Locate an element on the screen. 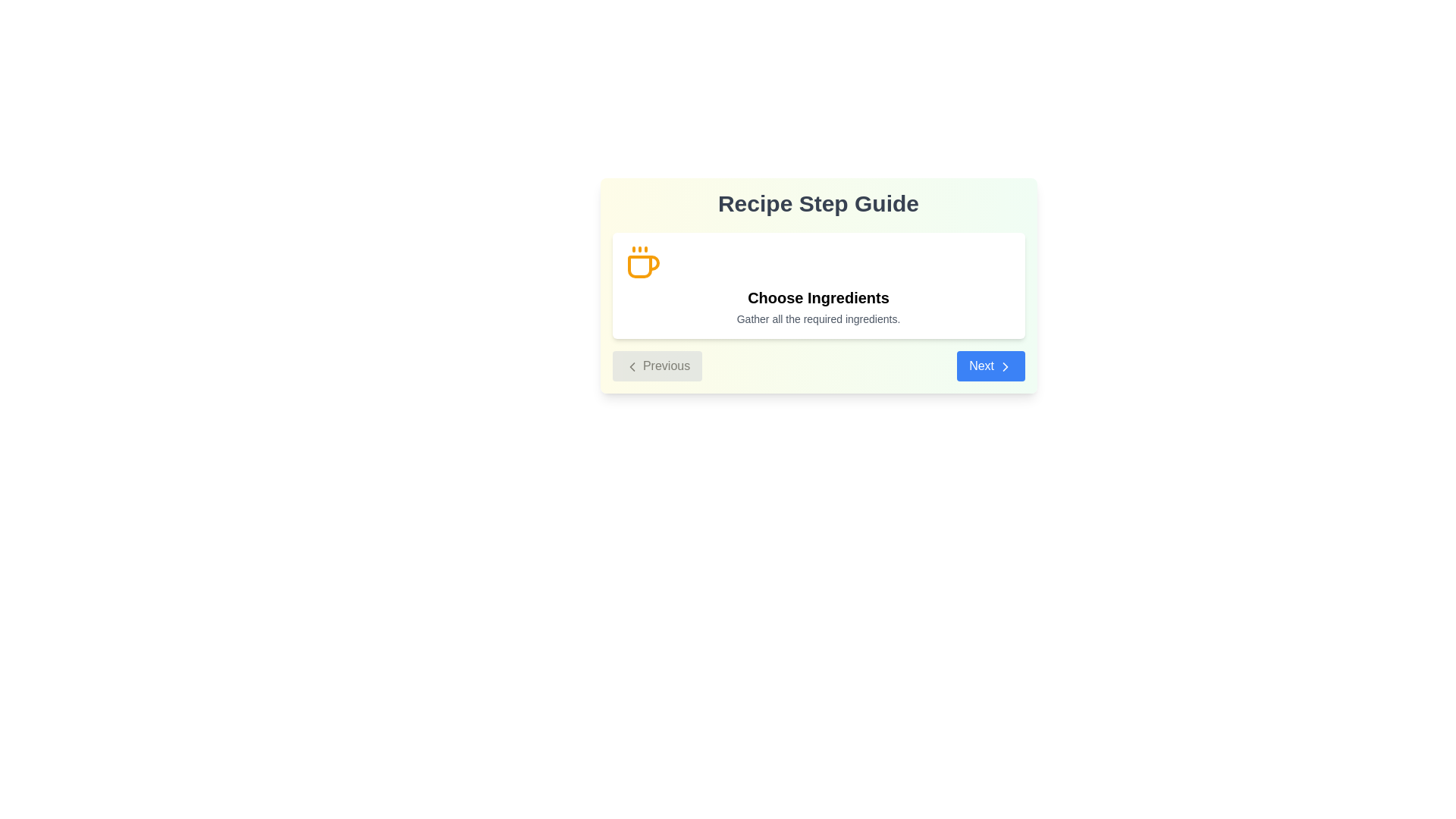 The width and height of the screenshot is (1456, 819). the blue 'Next' button located in the lower-right corner of the dialog box under 'Choose Ingredients' to proceed to the next step is located at coordinates (990, 366).